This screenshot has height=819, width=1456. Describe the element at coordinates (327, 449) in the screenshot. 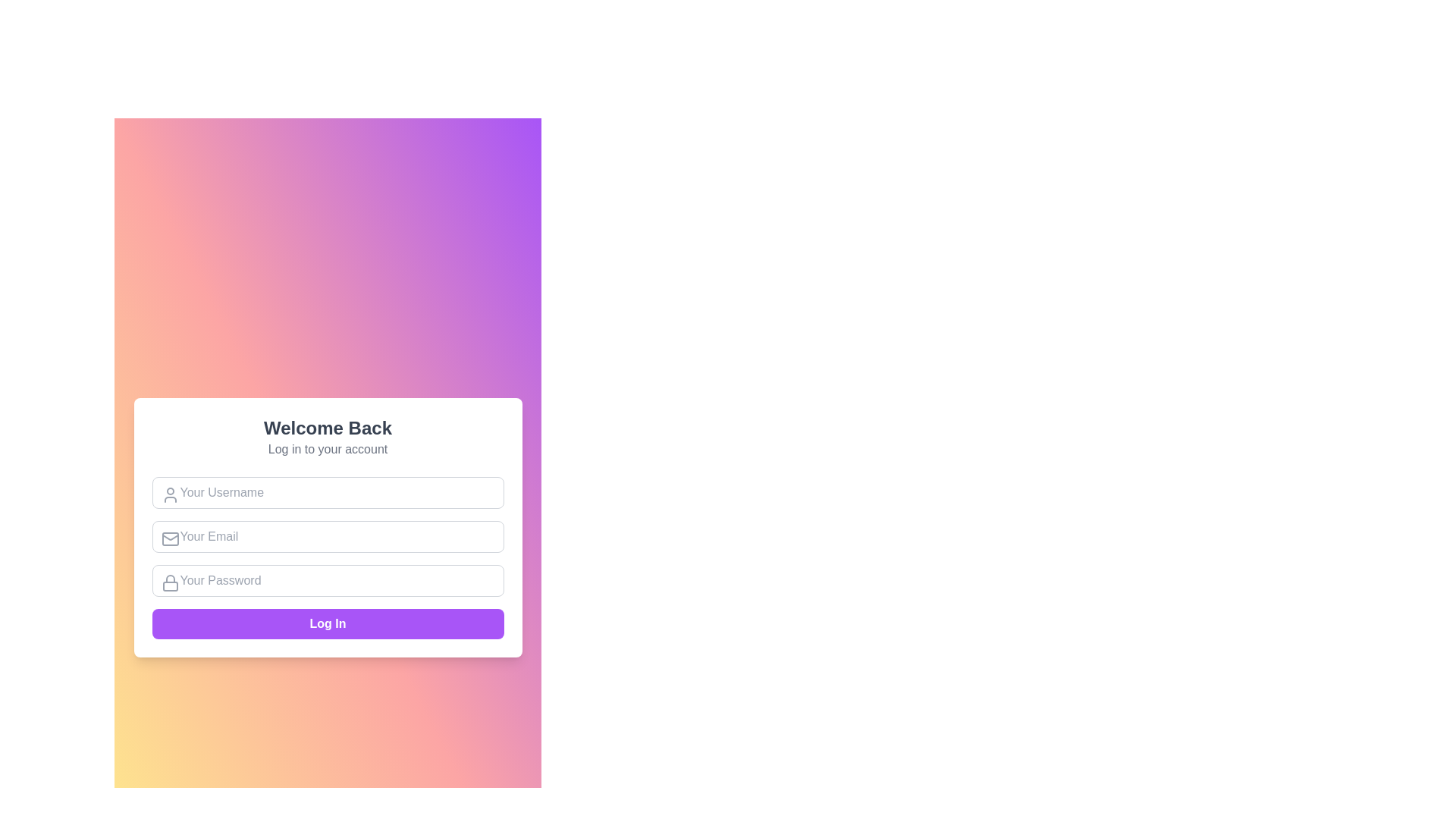

I see `the static text element that reads 'Log in to your account.' which is located below the heading 'Welcome Back.'` at that location.